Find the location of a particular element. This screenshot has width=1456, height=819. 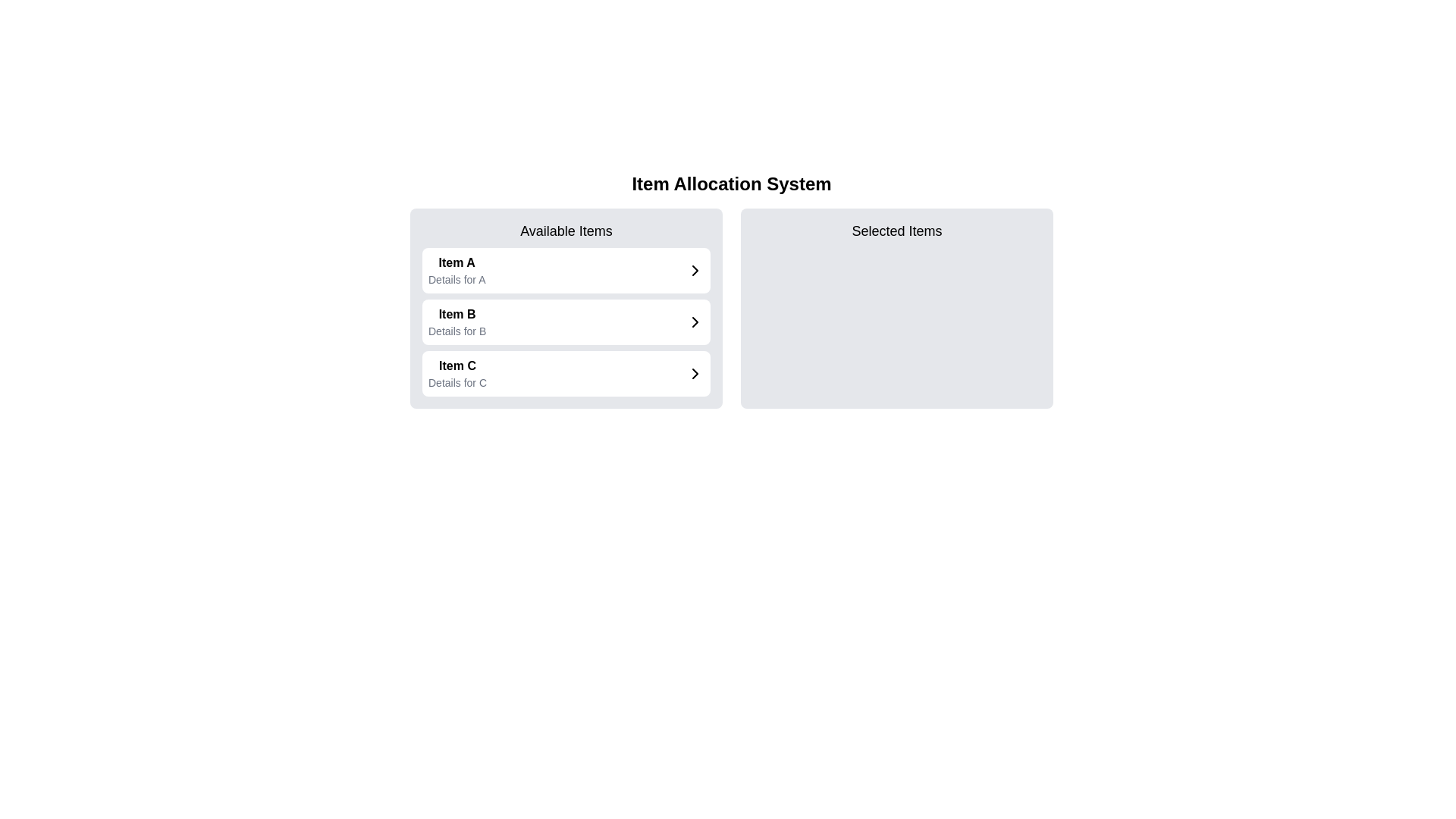

the second item is located at coordinates (566, 321).